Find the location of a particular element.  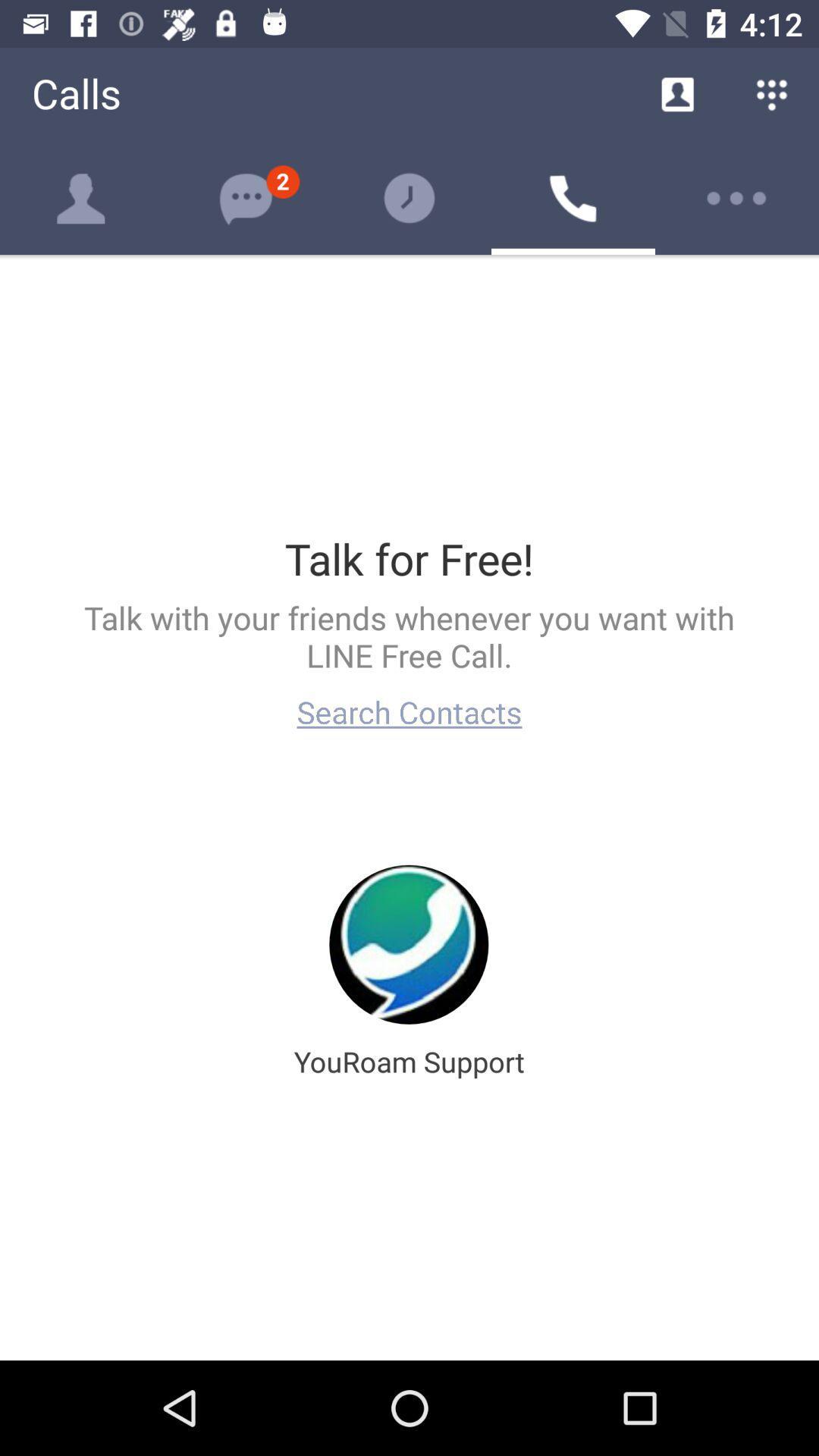

the help icon is located at coordinates (409, 198).